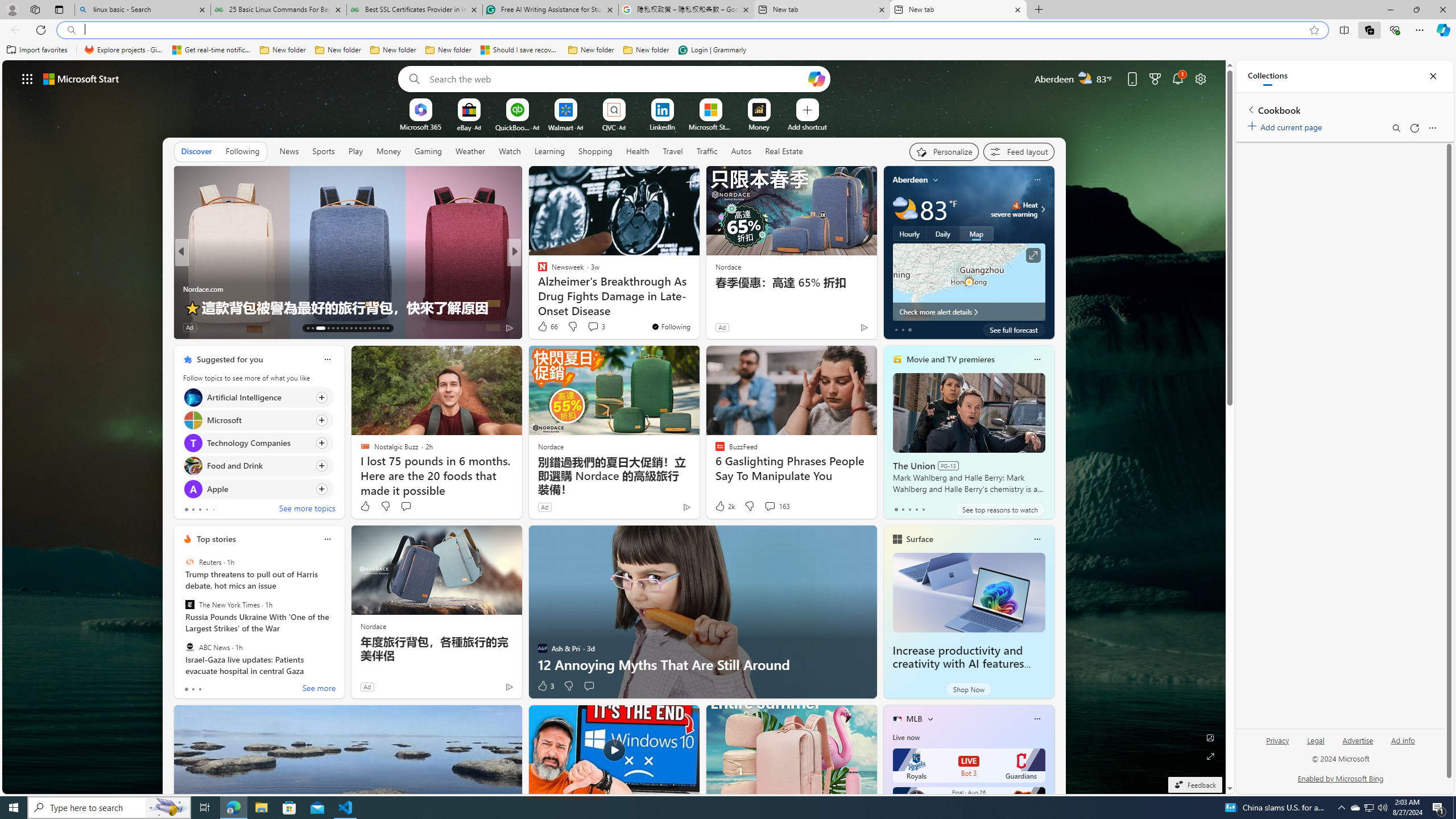  Describe the element at coordinates (508, 686) in the screenshot. I see `'Ad Choice'` at that location.